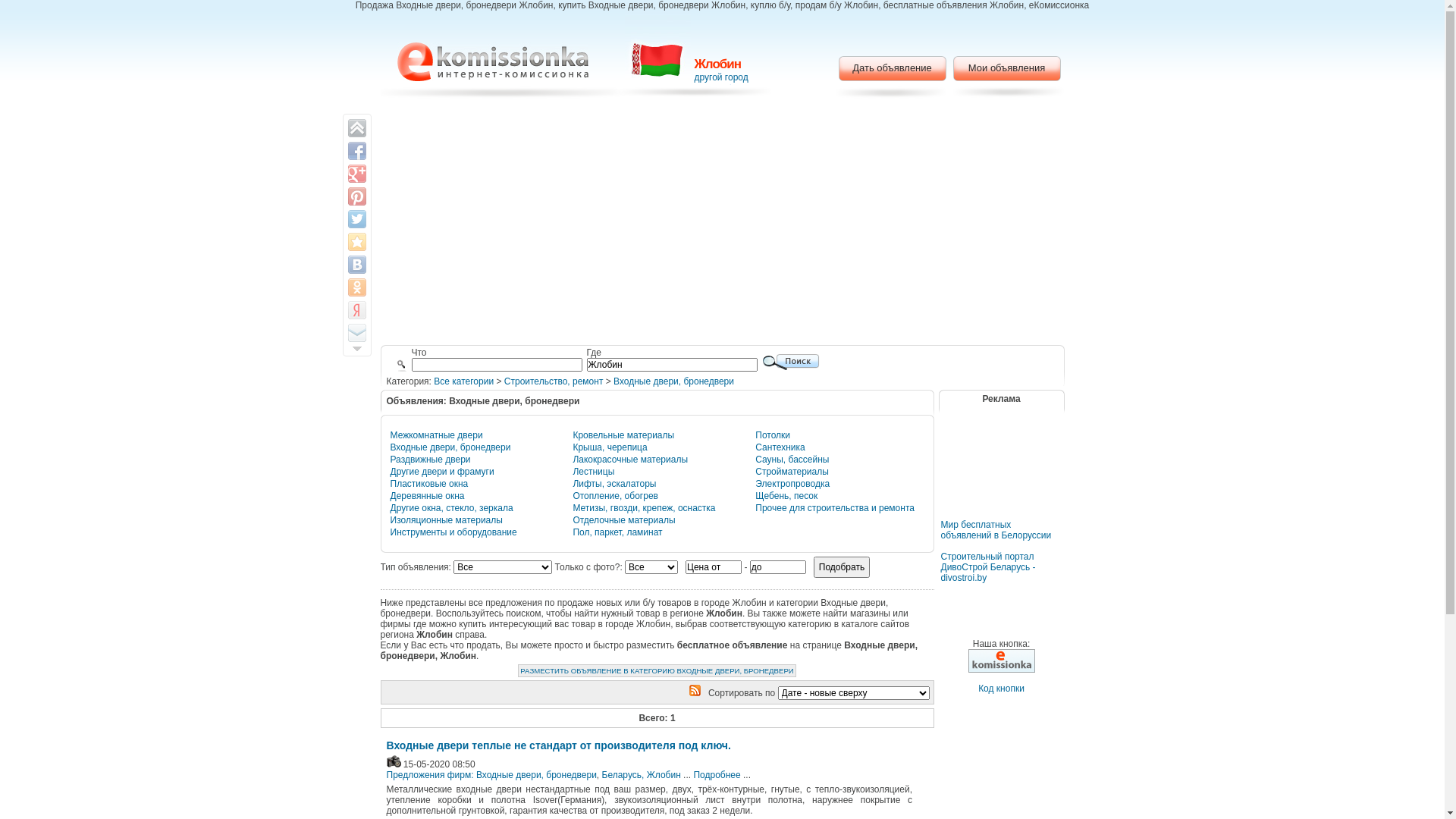 The width and height of the screenshot is (1456, 819). Describe the element at coordinates (356, 241) in the screenshot. I see `'Save to Browser Favorites'` at that location.